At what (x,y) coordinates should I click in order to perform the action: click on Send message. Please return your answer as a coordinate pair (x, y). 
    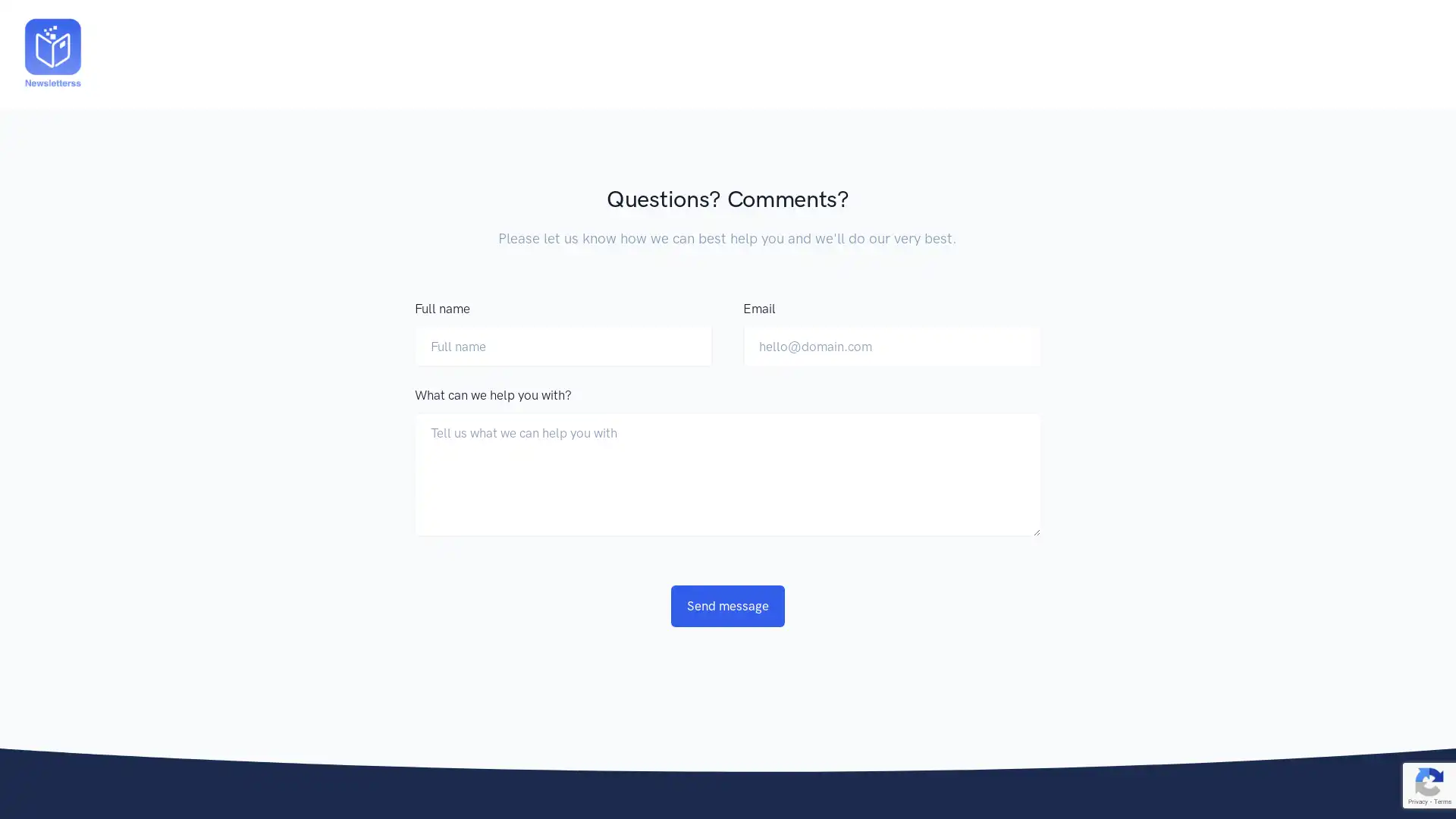
    Looking at the image, I should click on (728, 604).